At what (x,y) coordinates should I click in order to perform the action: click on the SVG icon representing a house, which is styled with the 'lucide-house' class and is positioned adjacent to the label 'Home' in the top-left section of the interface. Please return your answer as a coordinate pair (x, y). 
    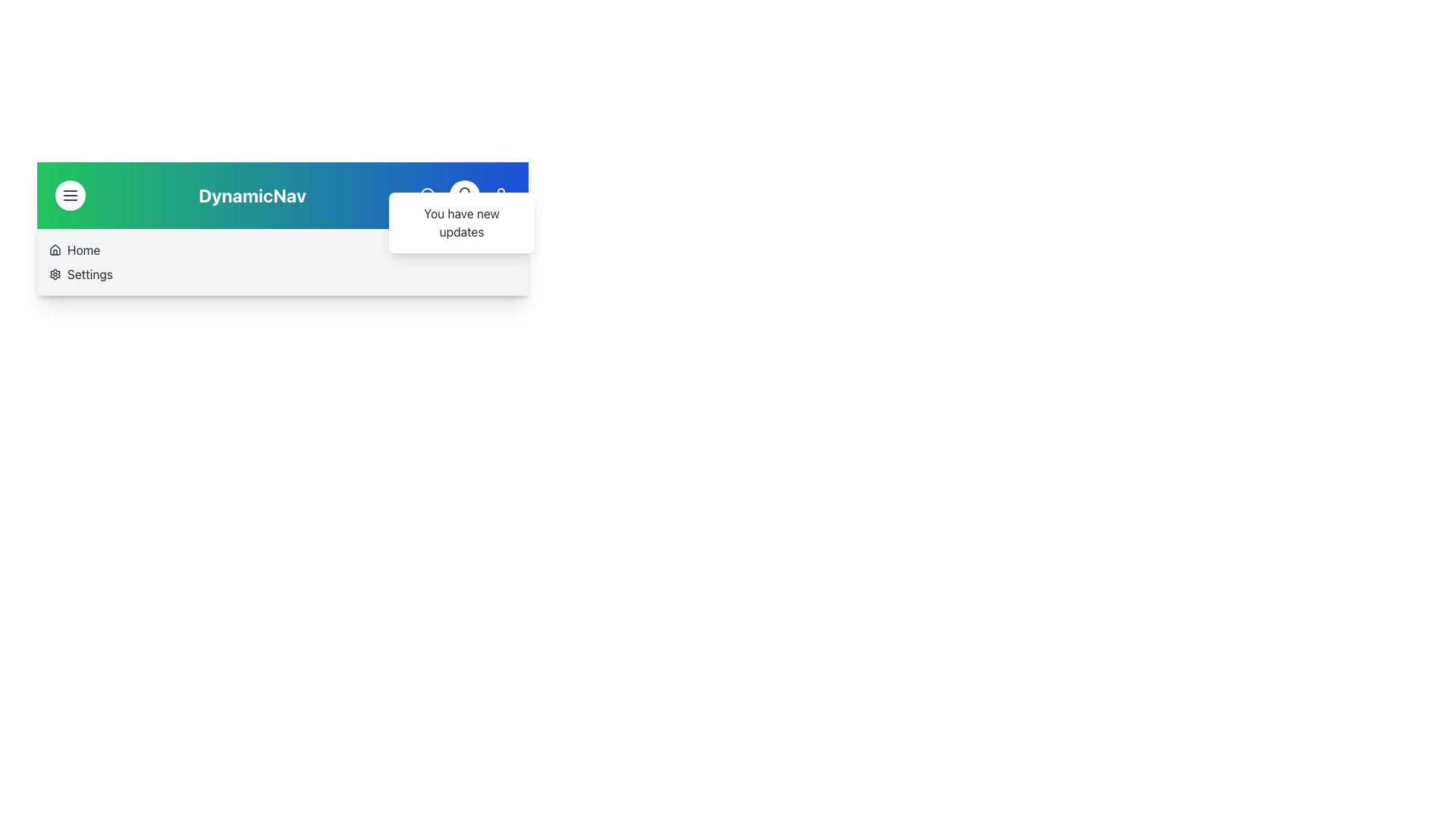
    Looking at the image, I should click on (55, 249).